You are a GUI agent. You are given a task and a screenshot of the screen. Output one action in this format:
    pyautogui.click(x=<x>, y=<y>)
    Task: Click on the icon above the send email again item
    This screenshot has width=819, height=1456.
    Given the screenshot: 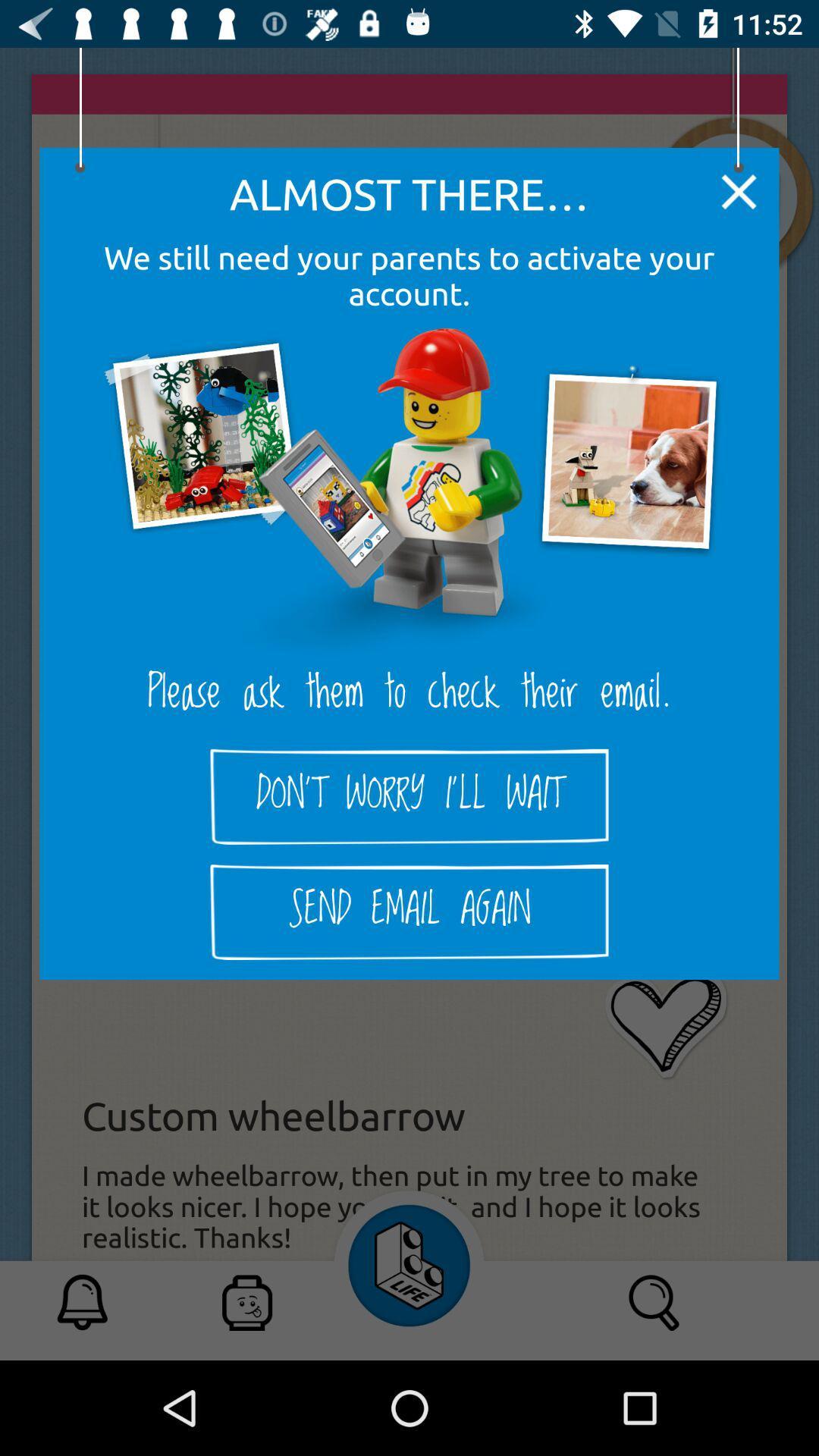 What is the action you would take?
    pyautogui.click(x=409, y=795)
    